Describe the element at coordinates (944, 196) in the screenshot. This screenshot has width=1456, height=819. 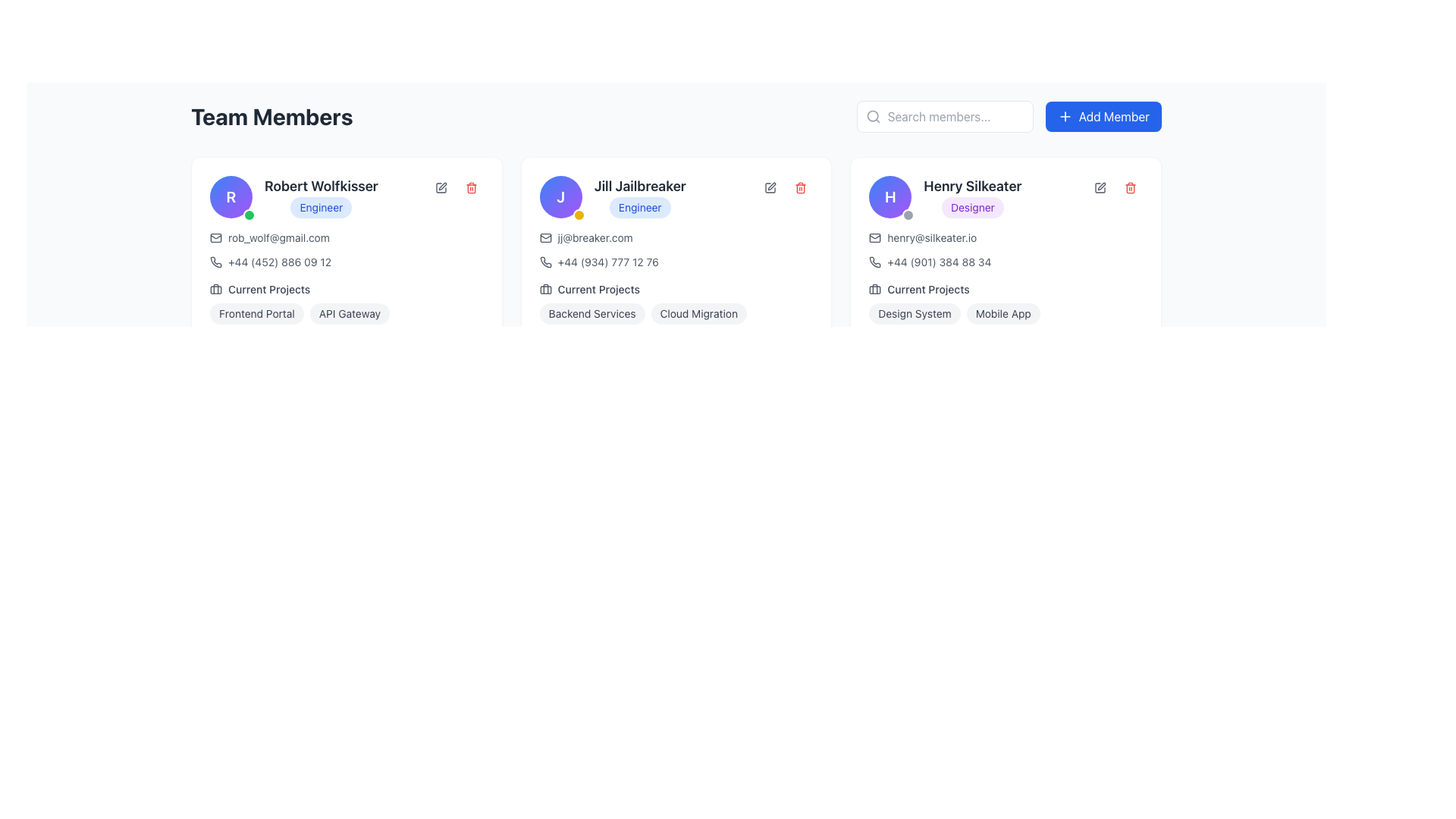
I see `the name section of the Profile header for the team member located at the top of the third column in the 'Team Members' layout` at that location.